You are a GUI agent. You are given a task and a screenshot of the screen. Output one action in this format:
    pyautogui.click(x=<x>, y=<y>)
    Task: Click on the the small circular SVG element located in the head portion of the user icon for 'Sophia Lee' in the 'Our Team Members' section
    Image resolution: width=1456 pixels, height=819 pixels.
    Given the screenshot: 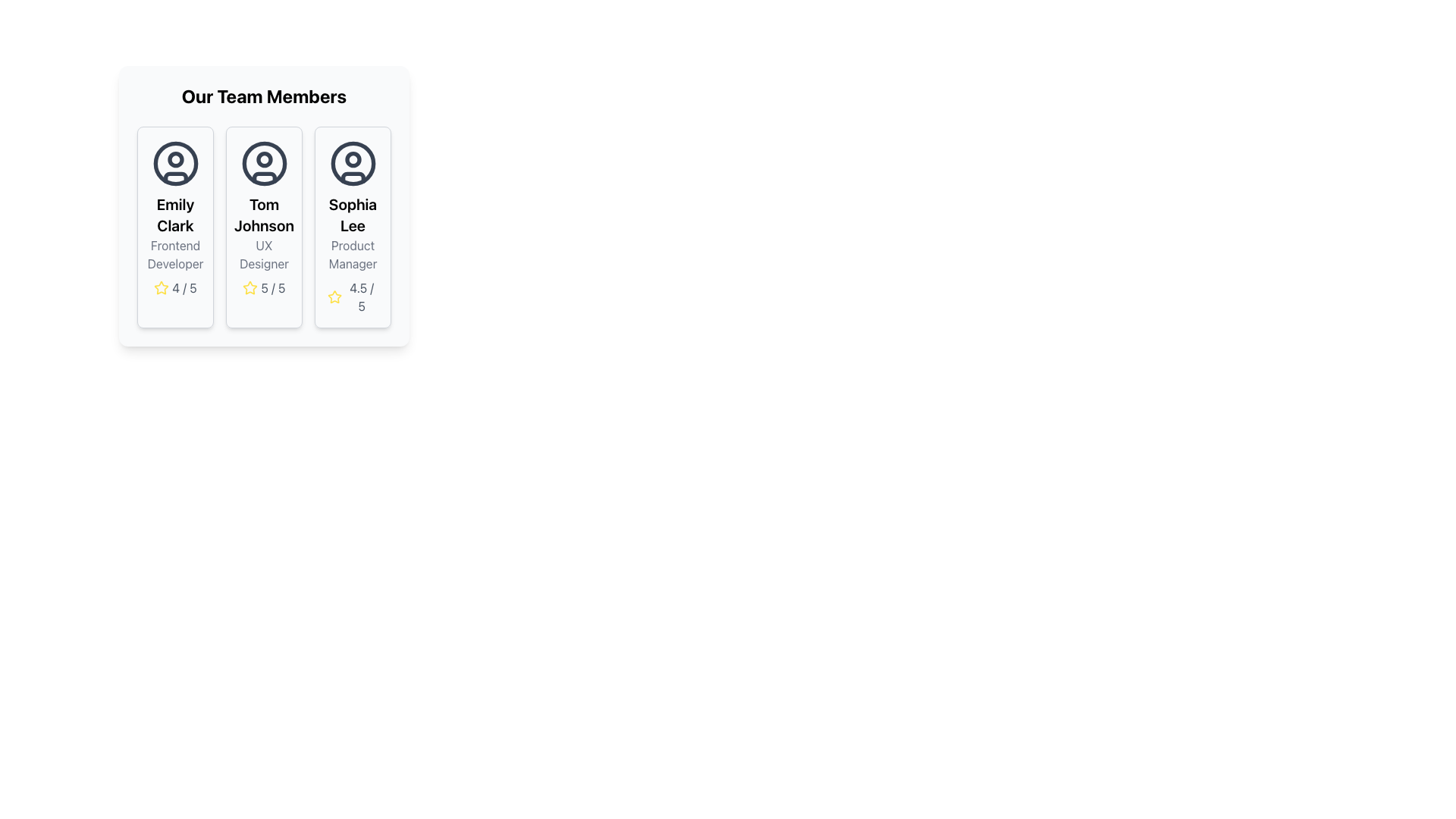 What is the action you would take?
    pyautogui.click(x=352, y=159)
    